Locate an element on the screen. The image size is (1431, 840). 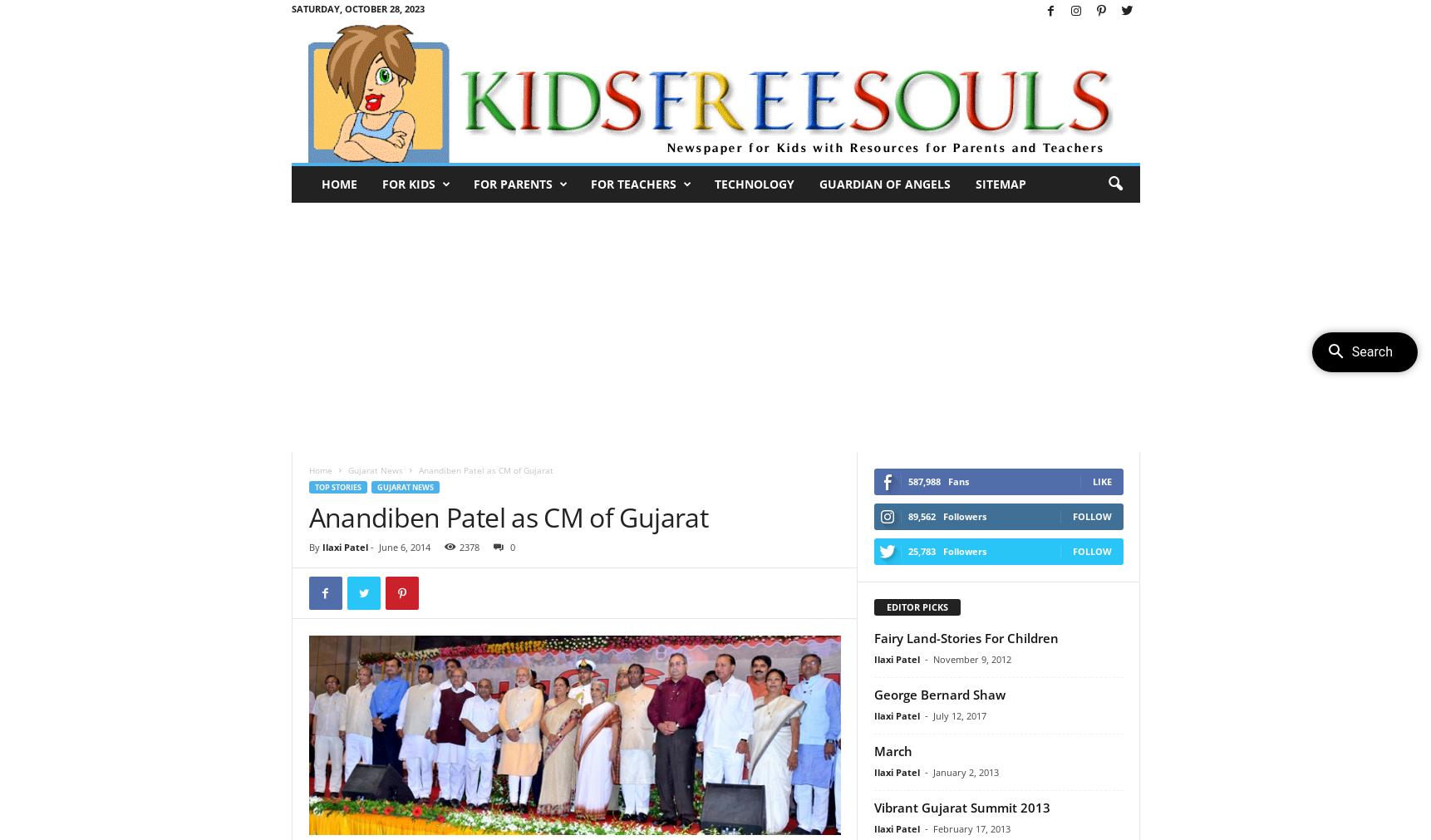
'Vibrant Gujarat Summit 2013' is located at coordinates (872, 806).